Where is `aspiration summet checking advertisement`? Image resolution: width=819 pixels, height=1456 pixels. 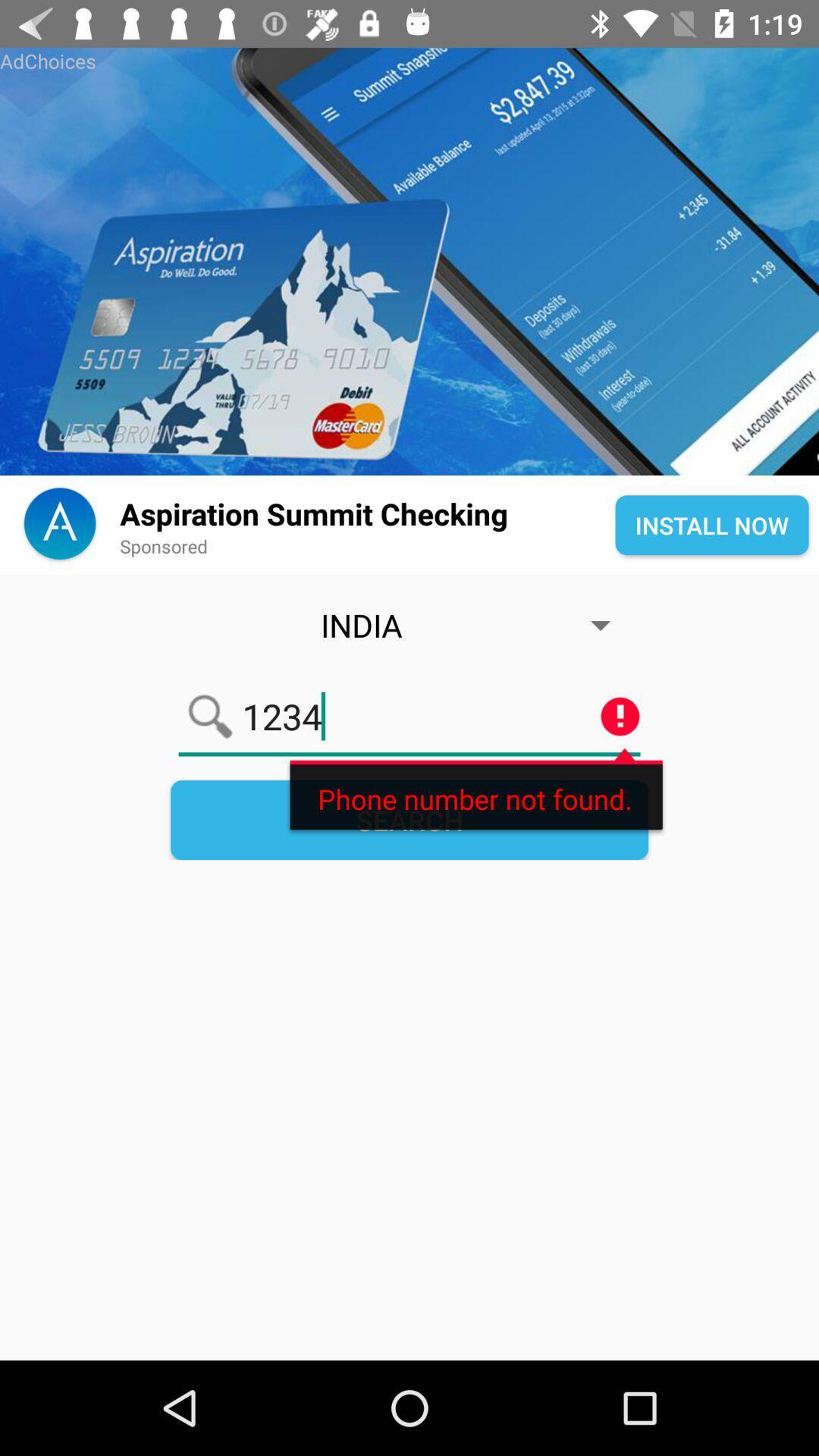
aspiration summet checking advertisement is located at coordinates (409, 262).